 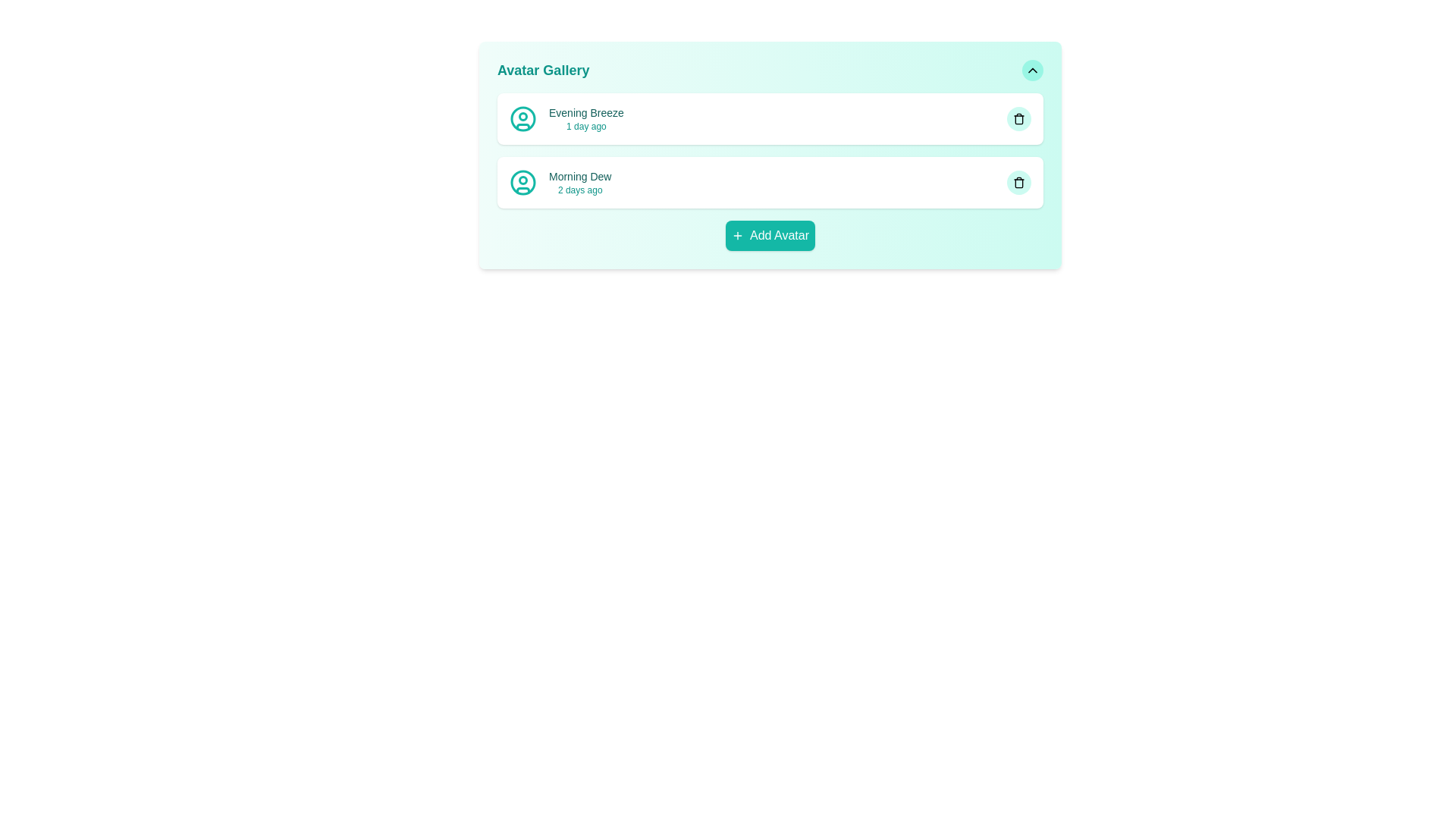 I want to click on the 'Add Avatar' button with a teal background and rounded corners, located below the list items 'Evening Breeze' and 'Morning Dew', so click(x=770, y=236).